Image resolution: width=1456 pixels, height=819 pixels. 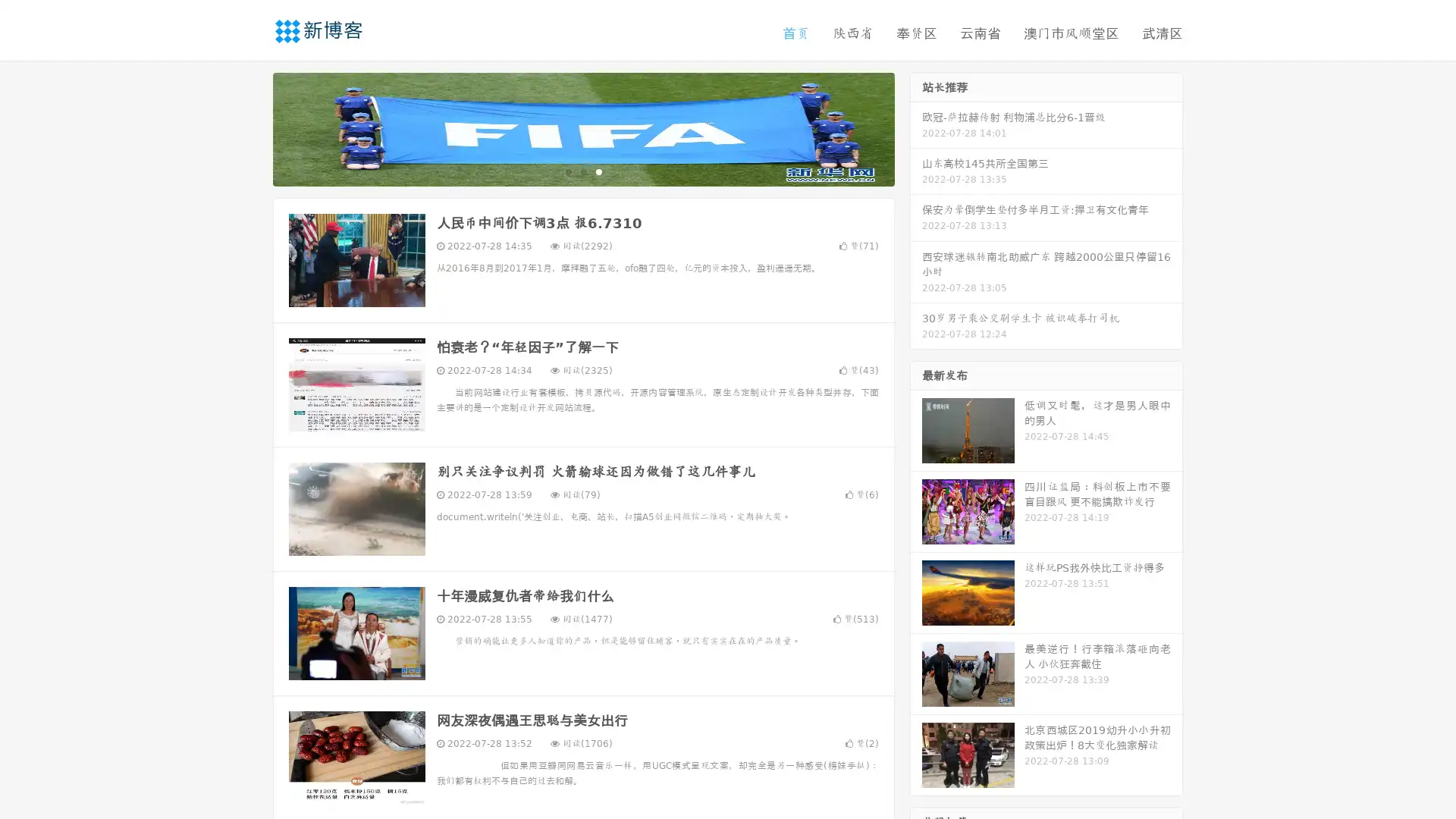 I want to click on Next slide, so click(x=916, y=127).